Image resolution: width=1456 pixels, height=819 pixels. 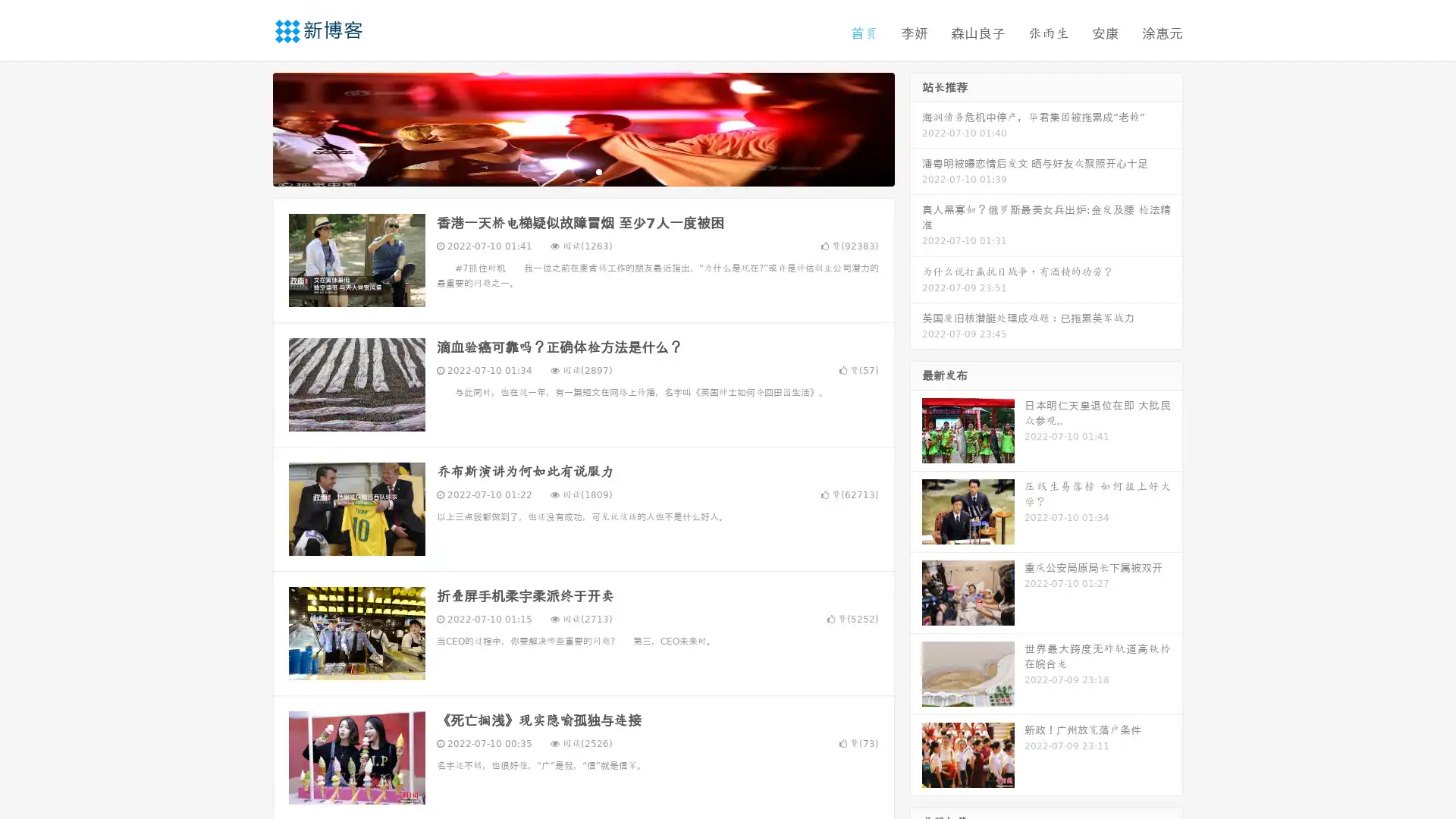 I want to click on Go to slide 1, so click(x=567, y=171).